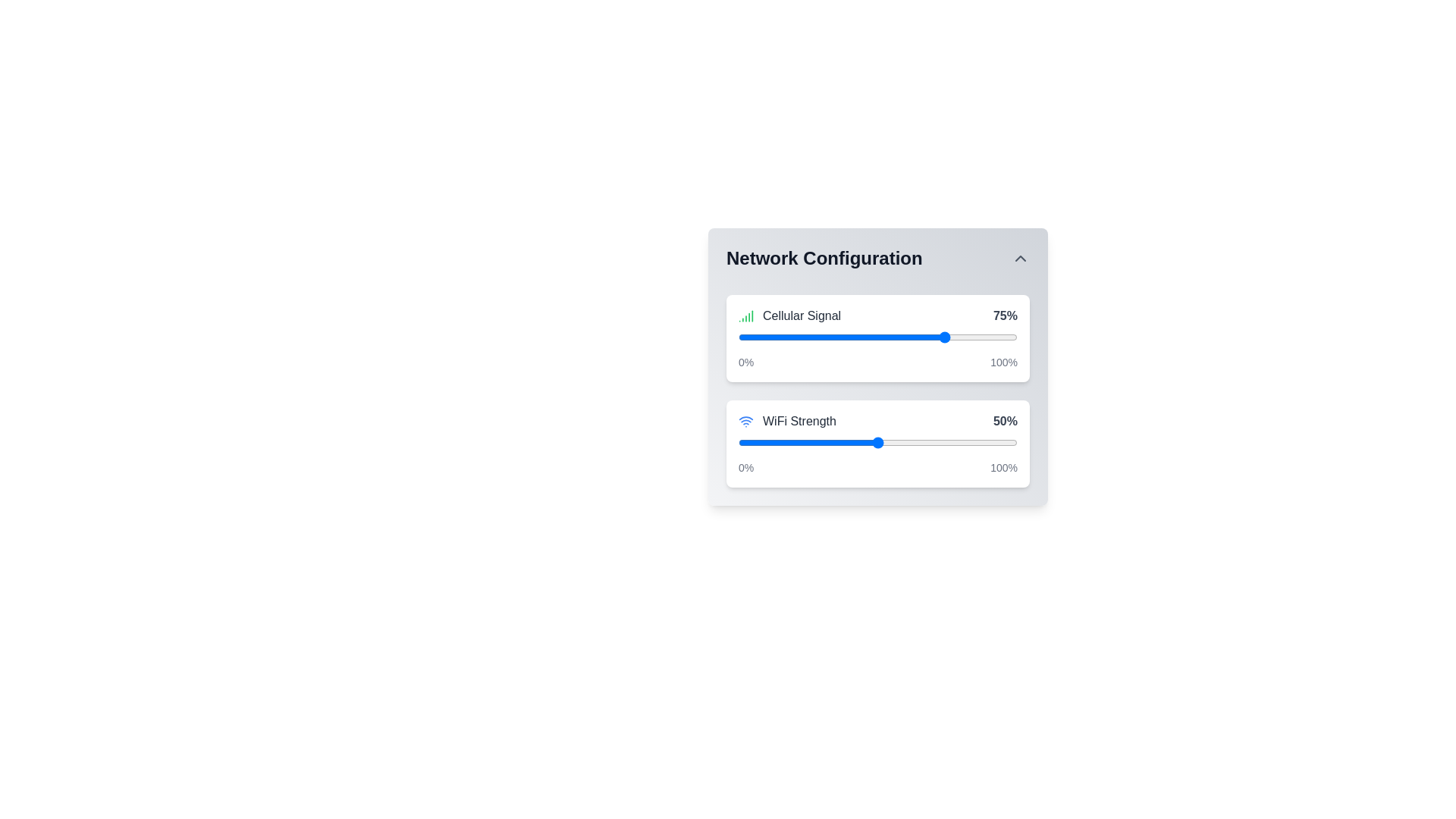  I want to click on the WiFi strength, so click(843, 442).